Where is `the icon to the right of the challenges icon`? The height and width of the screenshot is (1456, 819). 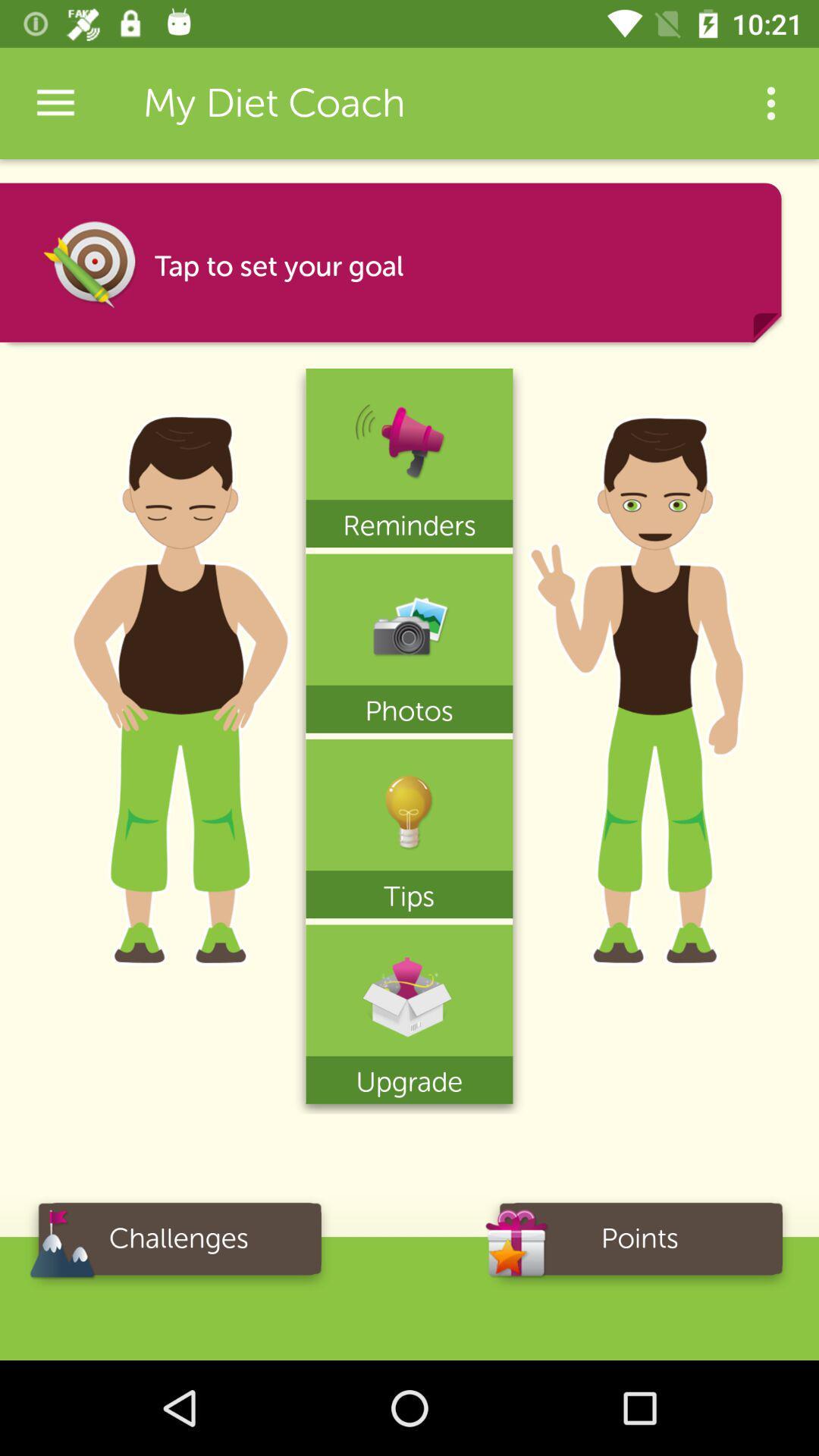
the icon to the right of the challenges icon is located at coordinates (640, 1244).